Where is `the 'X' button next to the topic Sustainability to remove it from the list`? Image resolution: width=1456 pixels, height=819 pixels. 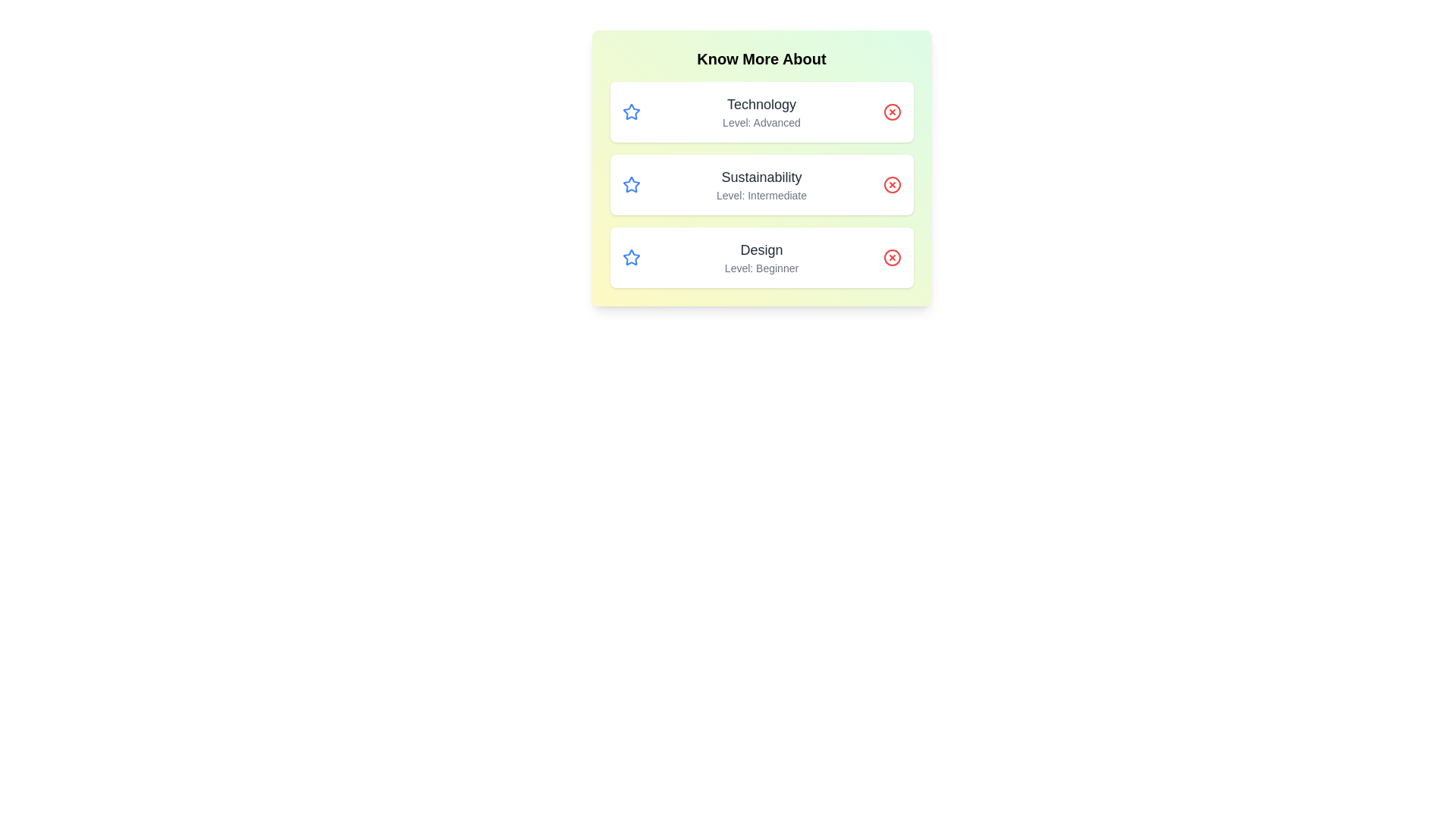 the 'X' button next to the topic Sustainability to remove it from the list is located at coordinates (892, 184).